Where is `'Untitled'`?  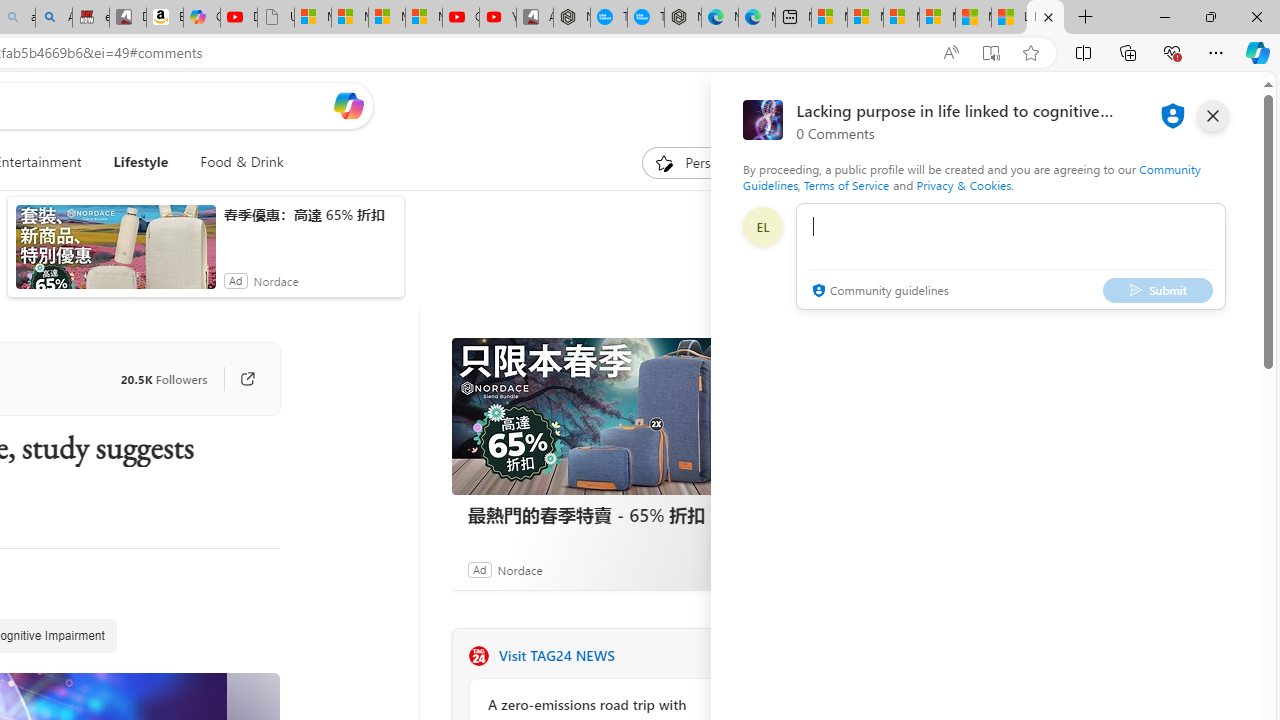 'Untitled' is located at coordinates (275, 17).